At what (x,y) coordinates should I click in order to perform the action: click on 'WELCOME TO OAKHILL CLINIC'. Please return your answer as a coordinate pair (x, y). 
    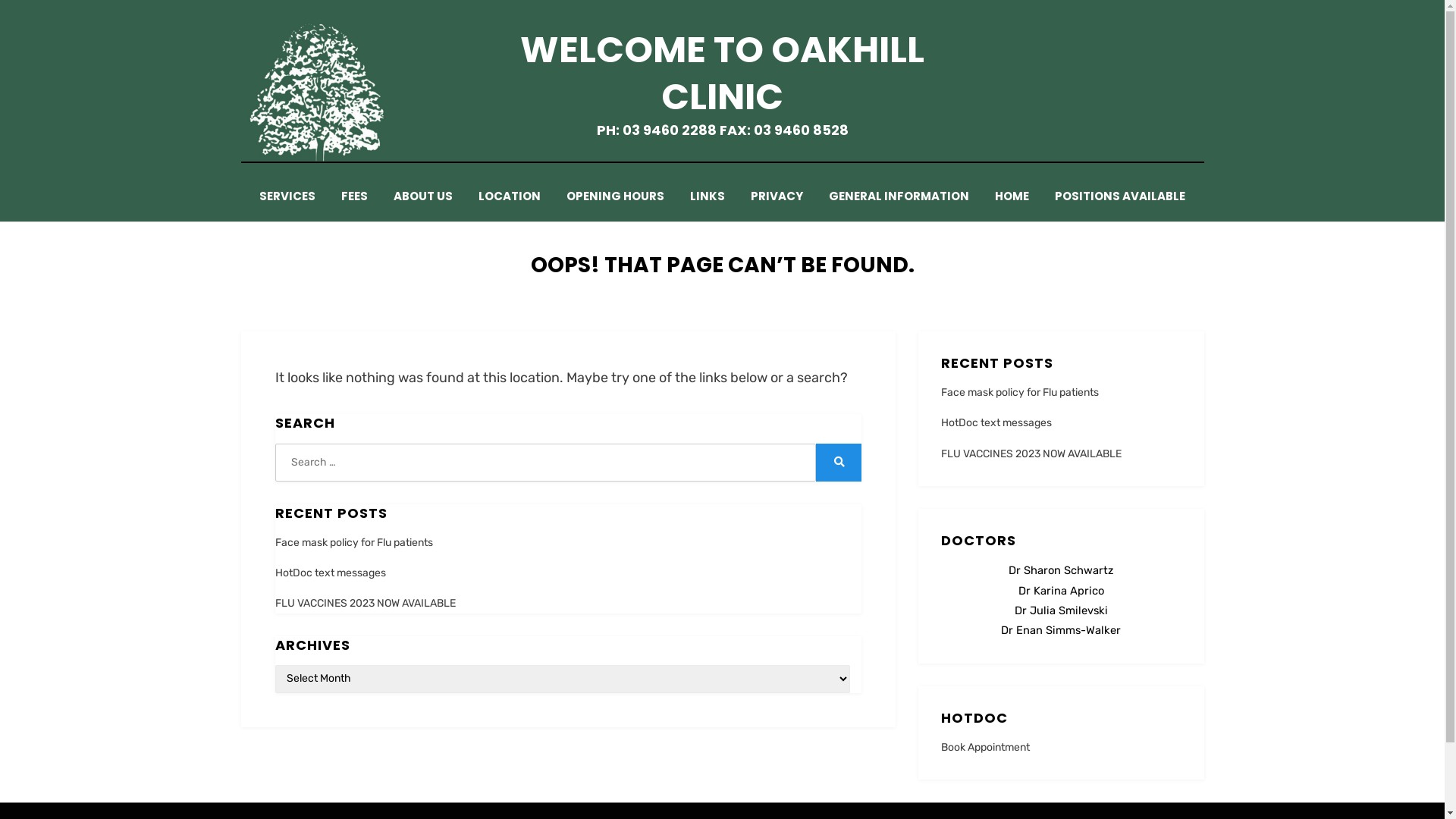
    Looking at the image, I should click on (721, 73).